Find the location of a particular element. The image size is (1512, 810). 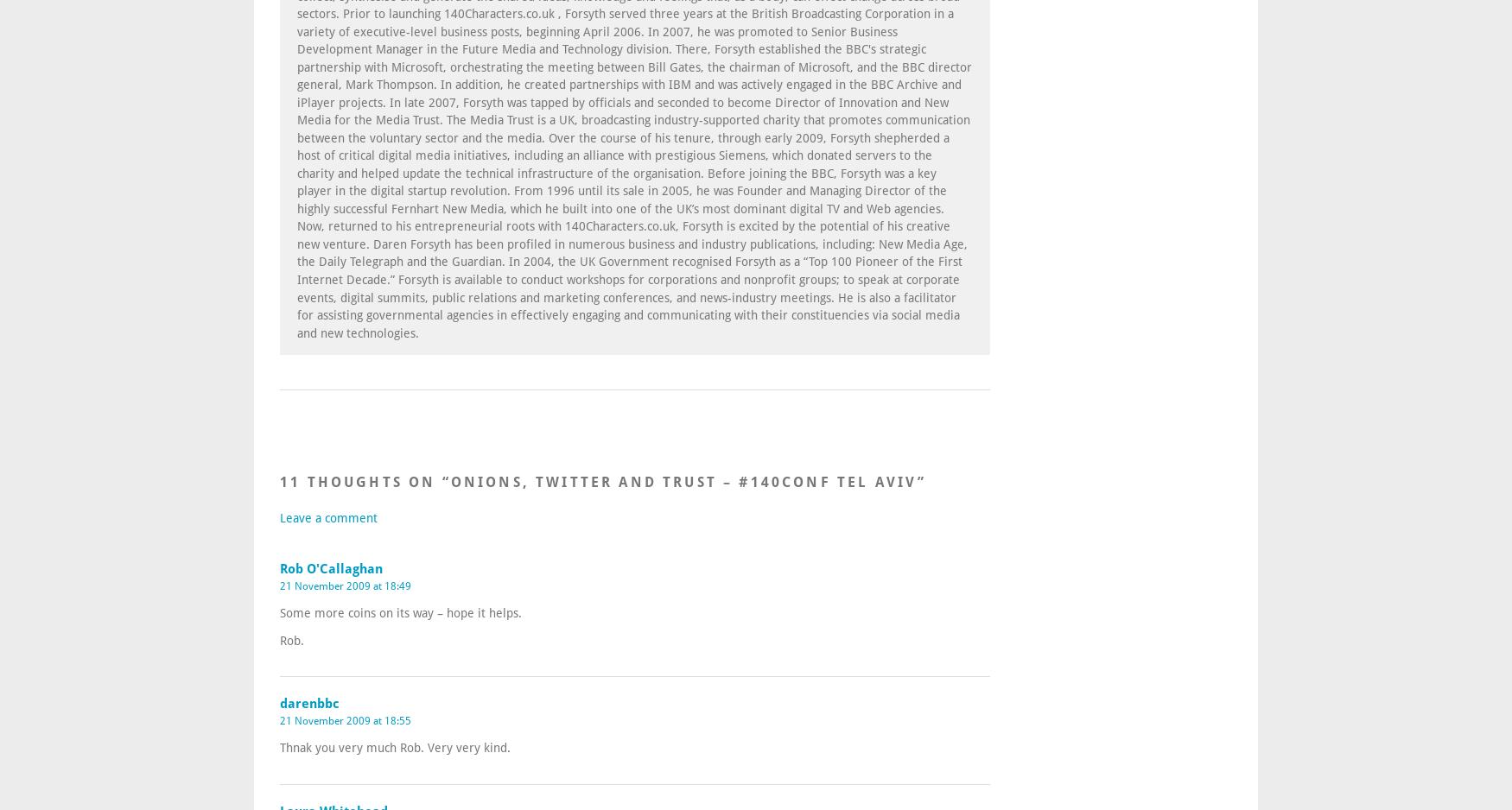

'Thnak you very much Rob. Very very kind.' is located at coordinates (395, 746).